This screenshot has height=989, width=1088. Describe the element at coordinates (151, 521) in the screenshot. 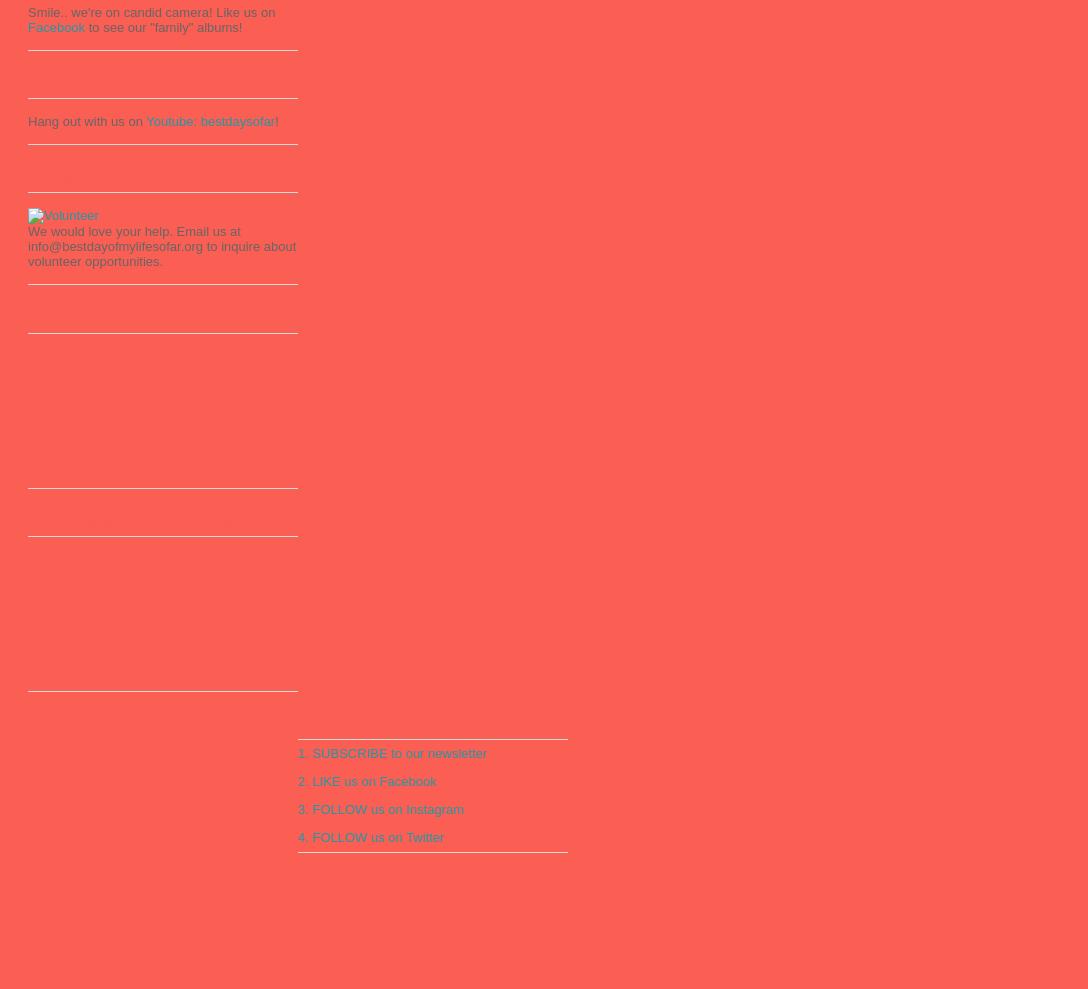

I see `'Playlist - Families' and Readers' Responses'` at that location.